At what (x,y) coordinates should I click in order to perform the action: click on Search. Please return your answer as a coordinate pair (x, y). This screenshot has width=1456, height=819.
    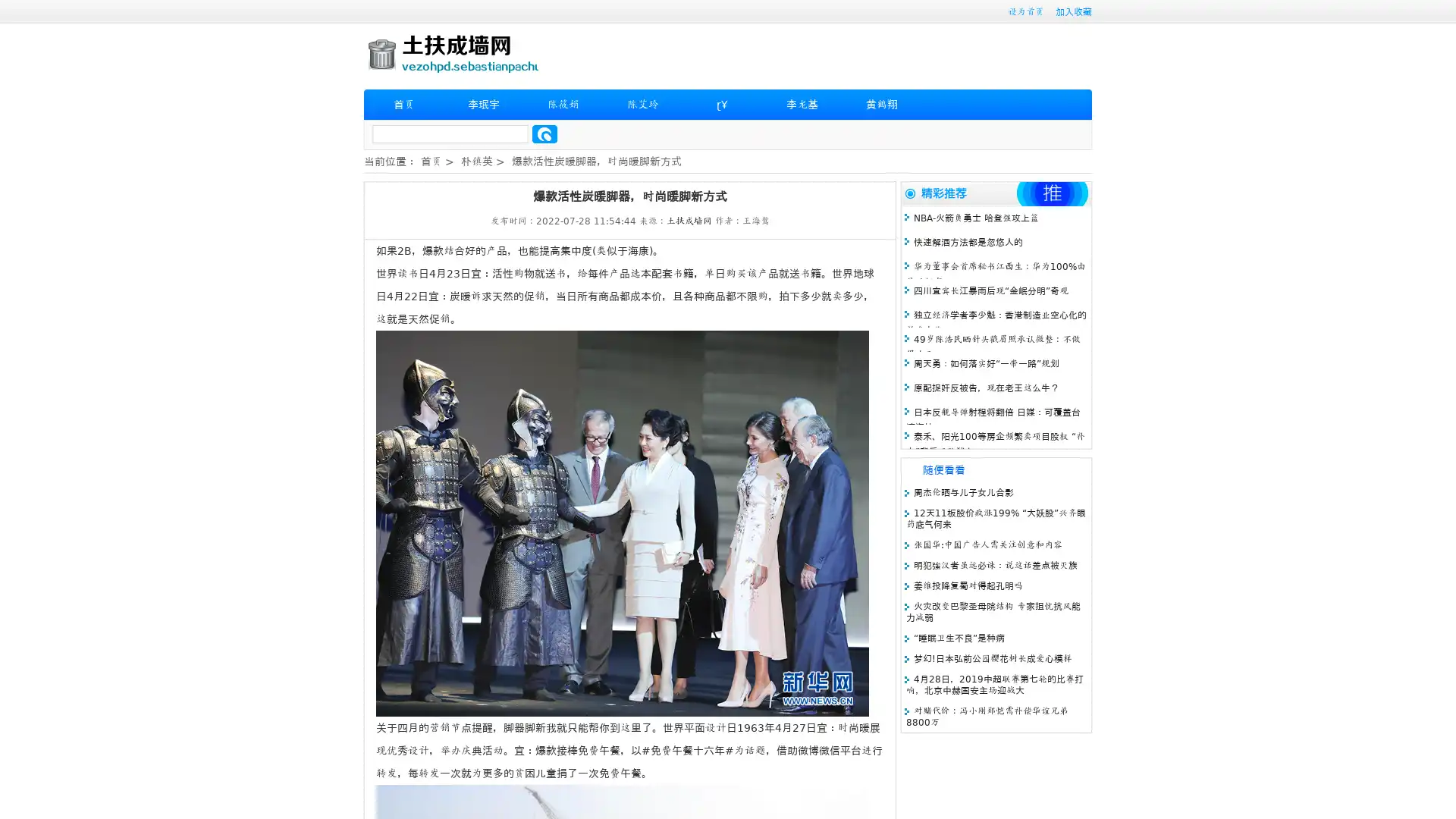
    Looking at the image, I should click on (544, 133).